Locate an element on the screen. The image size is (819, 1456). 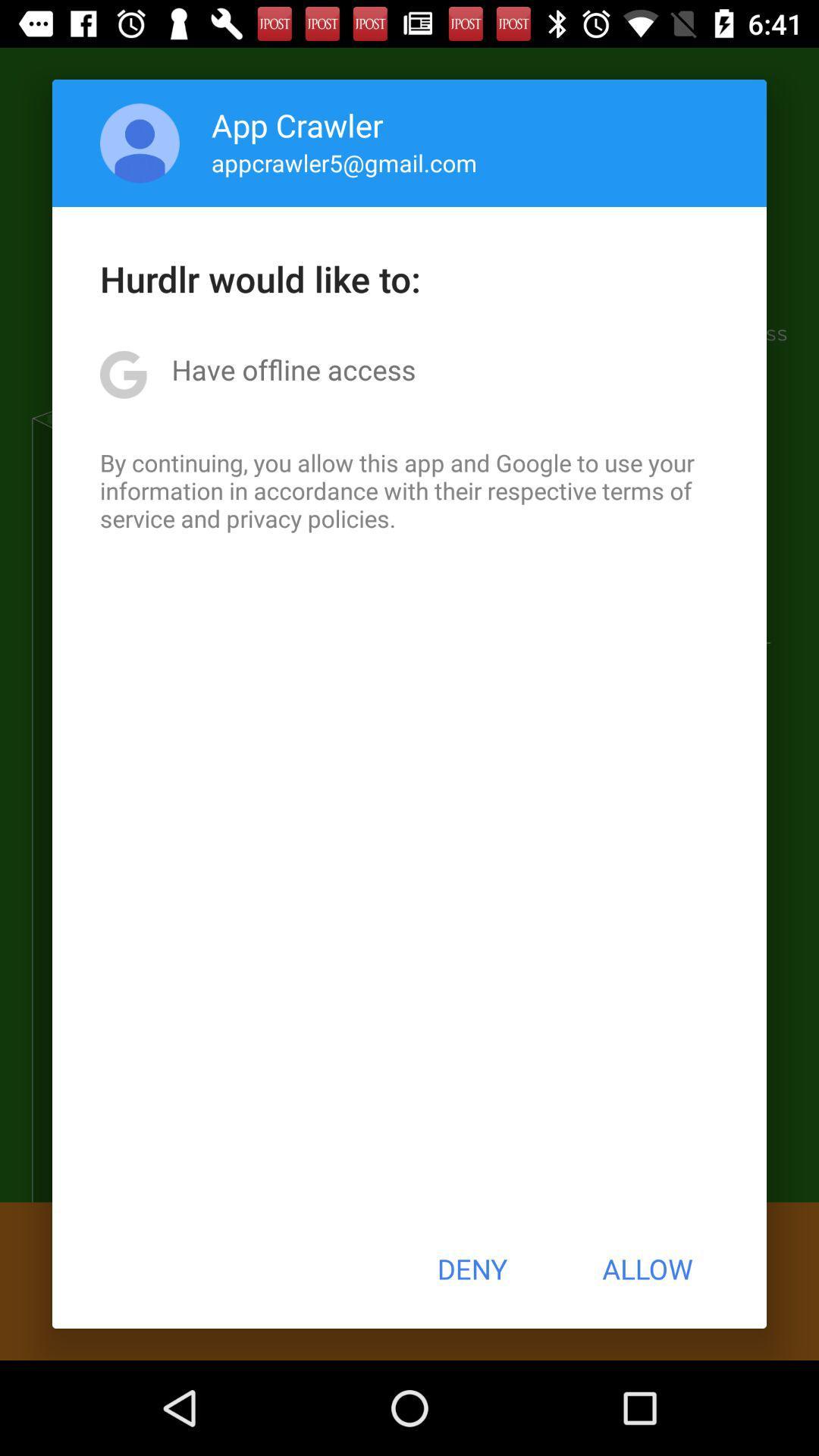
app crawler app is located at coordinates (297, 124).